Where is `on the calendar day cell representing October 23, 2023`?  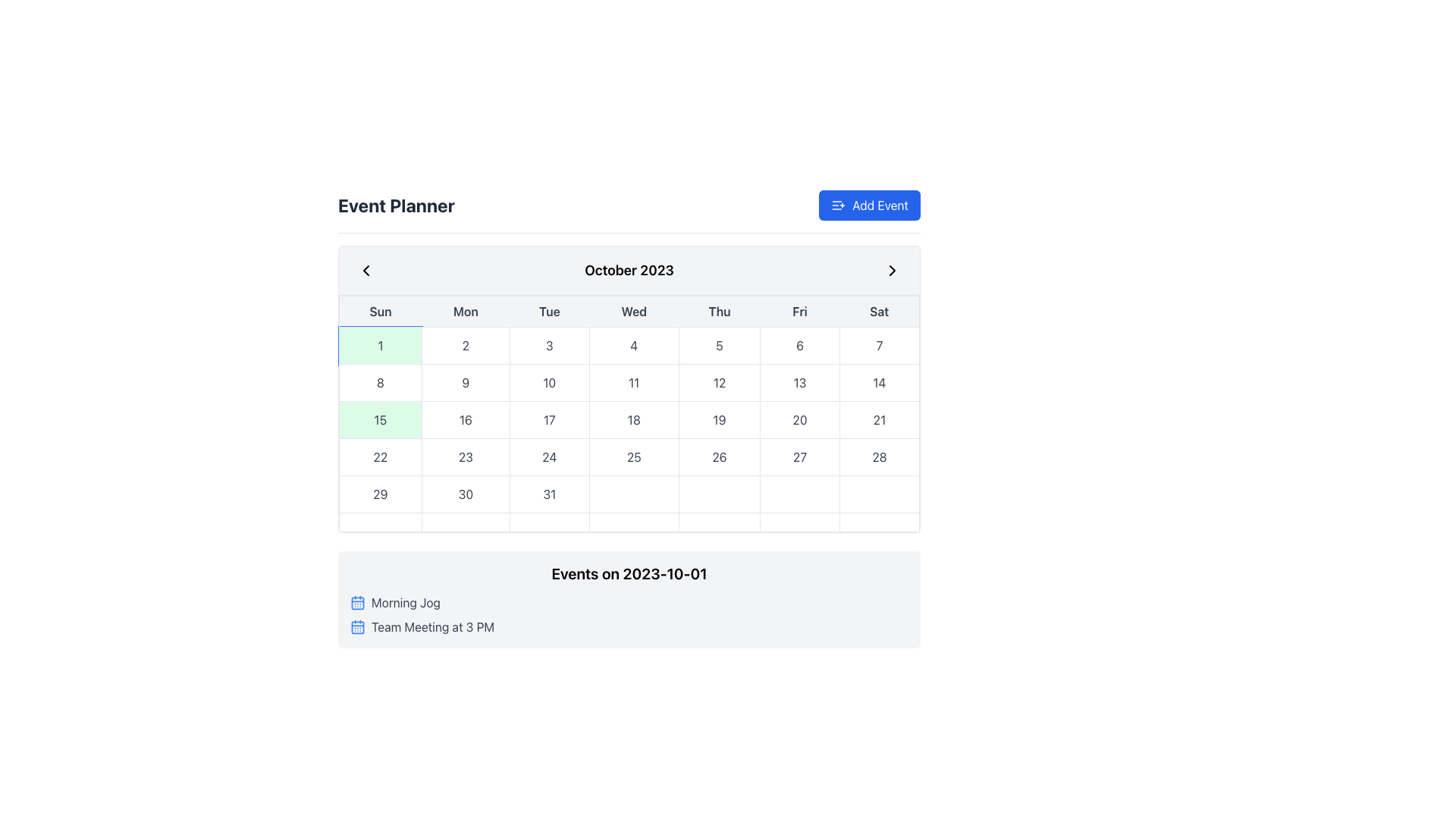
on the calendar day cell representing October 23, 2023 is located at coordinates (465, 456).